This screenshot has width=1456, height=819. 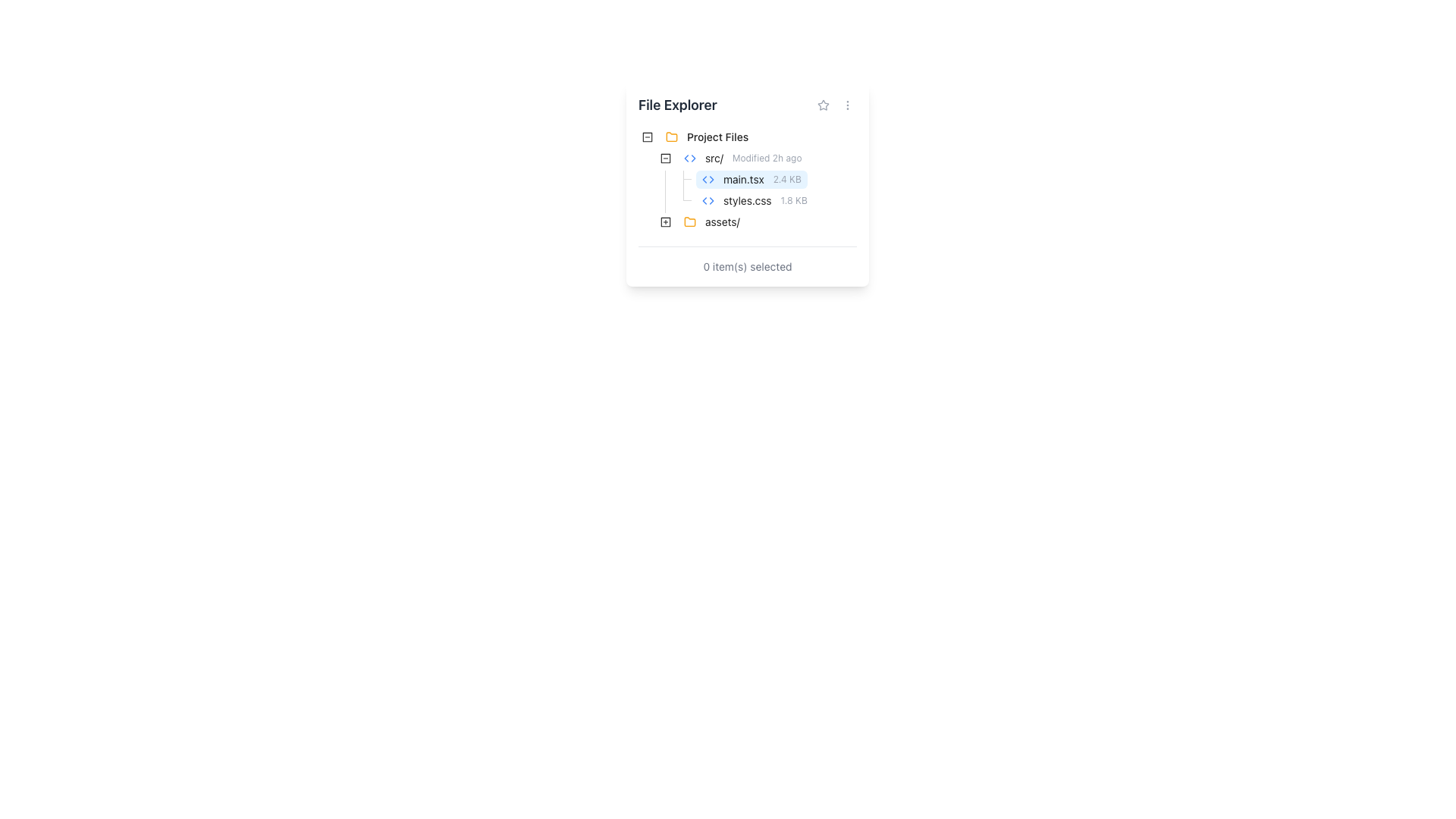 What do you see at coordinates (666, 222) in the screenshot?
I see `the tree view expander icon located to the left of the 'assets/' folder label` at bounding box center [666, 222].